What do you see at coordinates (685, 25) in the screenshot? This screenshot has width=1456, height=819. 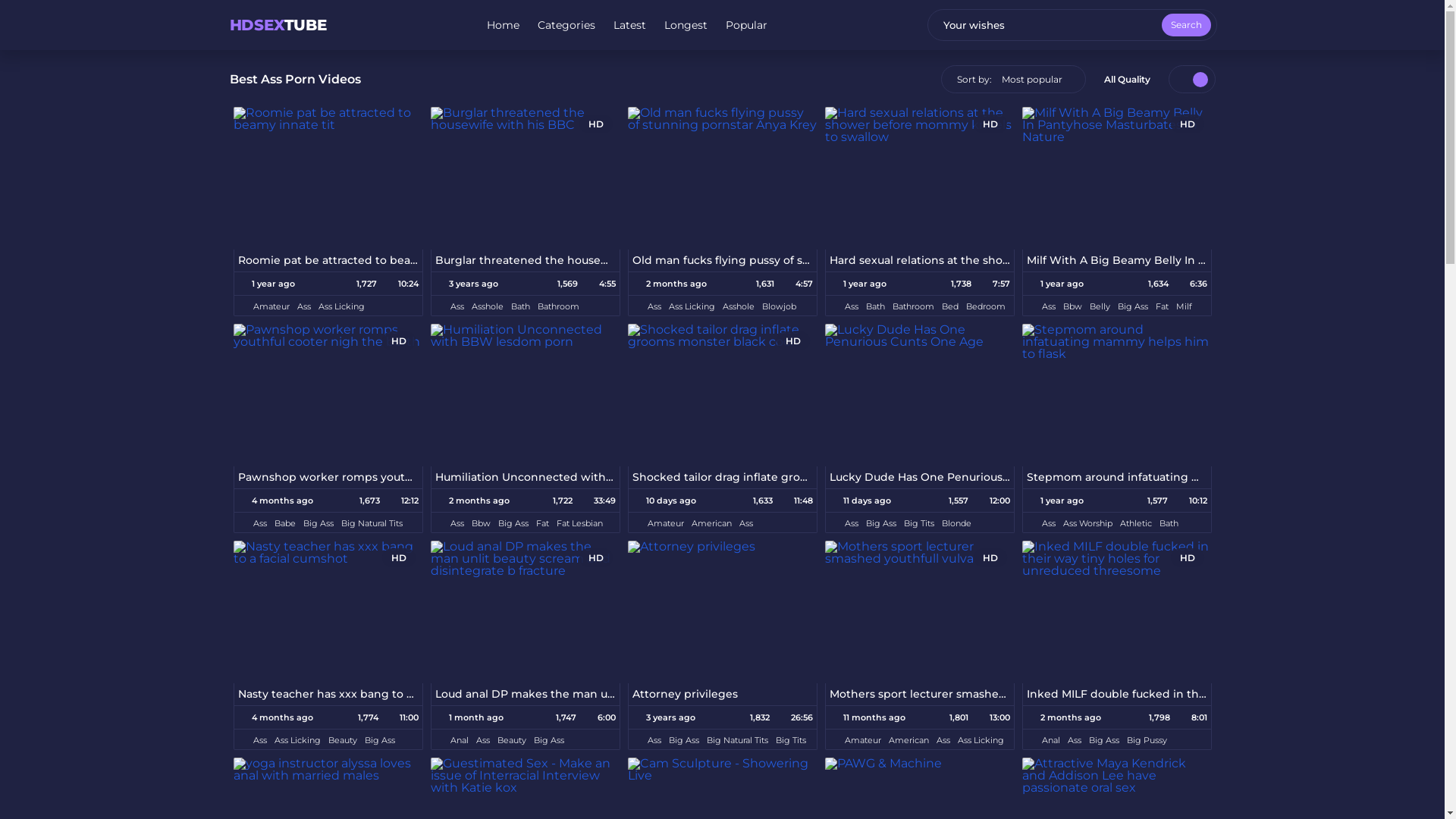 I see `'Longest'` at bounding box center [685, 25].